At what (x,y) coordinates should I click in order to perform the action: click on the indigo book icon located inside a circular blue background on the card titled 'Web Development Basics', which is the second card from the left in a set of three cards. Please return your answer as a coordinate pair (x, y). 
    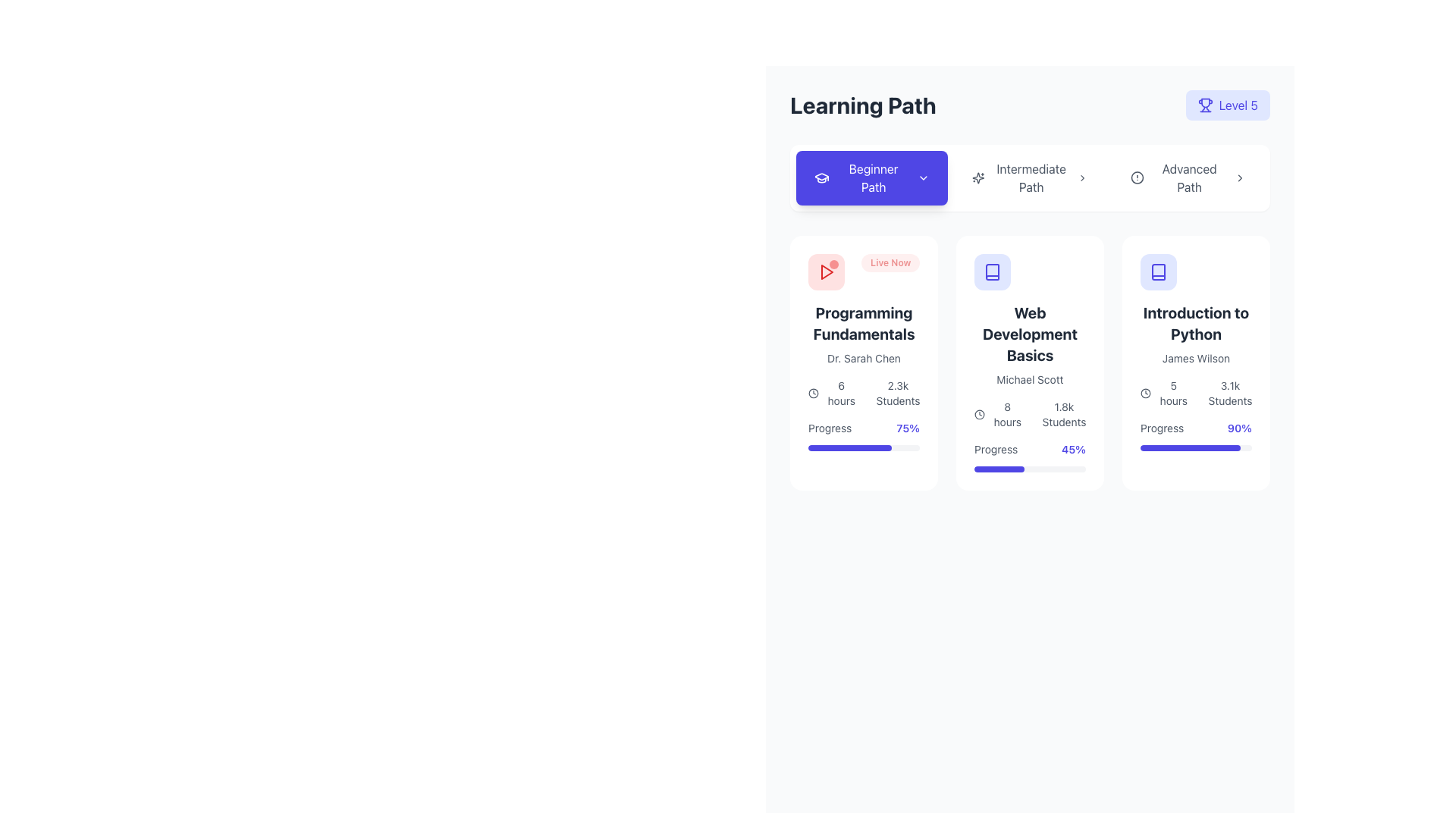
    Looking at the image, I should click on (993, 271).